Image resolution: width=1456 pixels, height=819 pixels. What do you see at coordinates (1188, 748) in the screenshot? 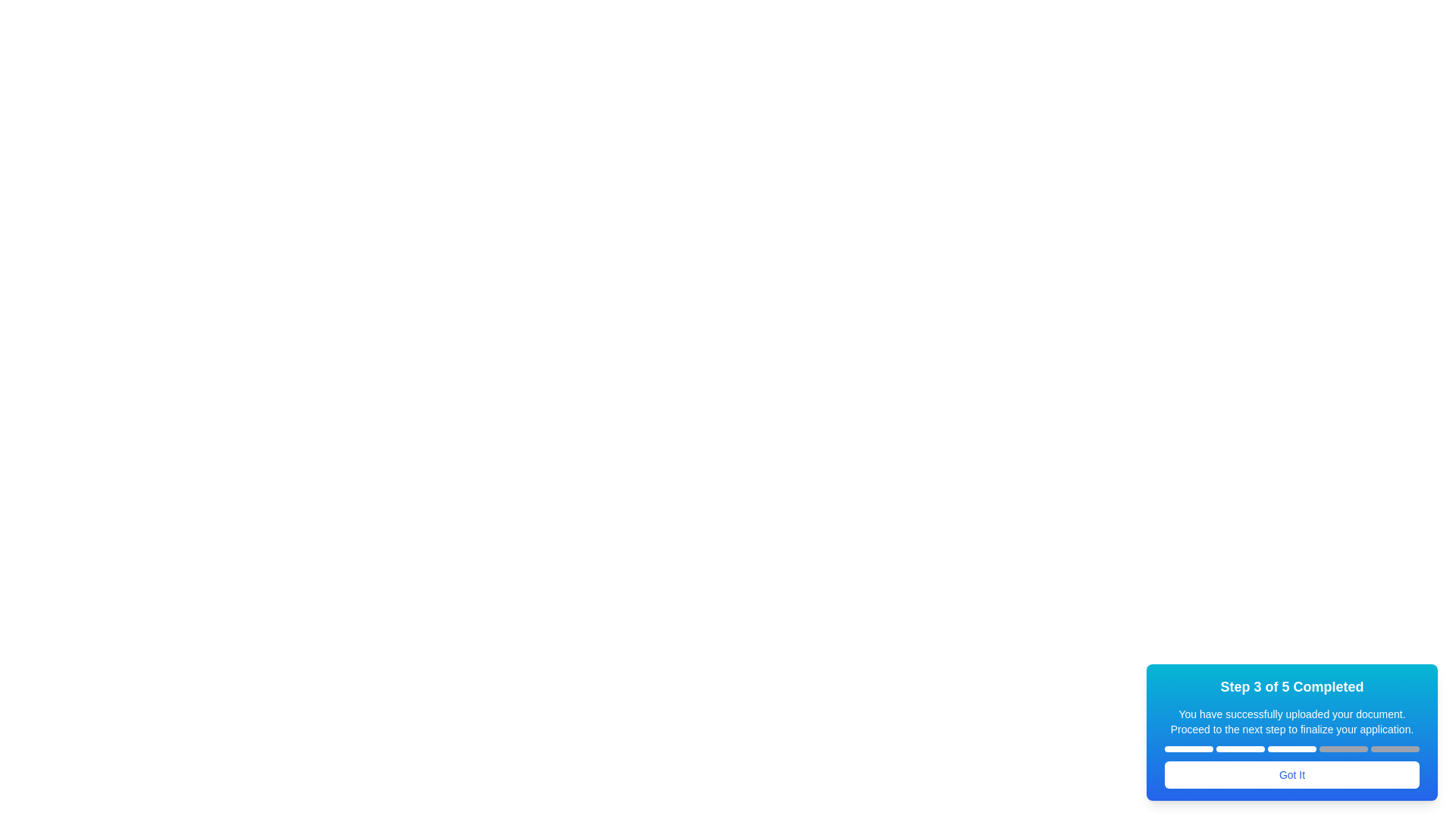
I see `the first completed step in the visual progress bar located in the bottom-right section of the interface` at bounding box center [1188, 748].